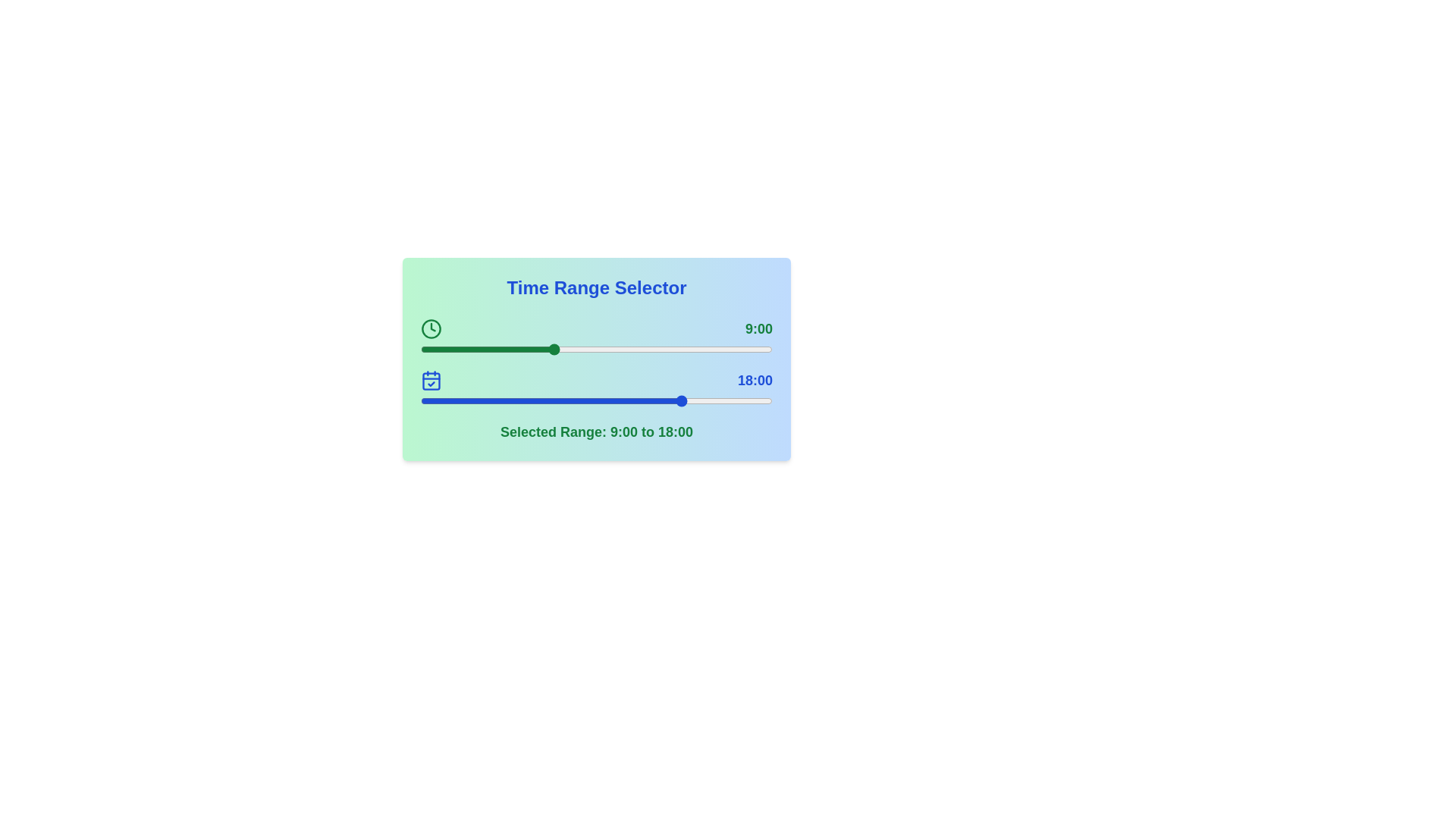 The height and width of the screenshot is (819, 1456). I want to click on time range, so click(758, 400).